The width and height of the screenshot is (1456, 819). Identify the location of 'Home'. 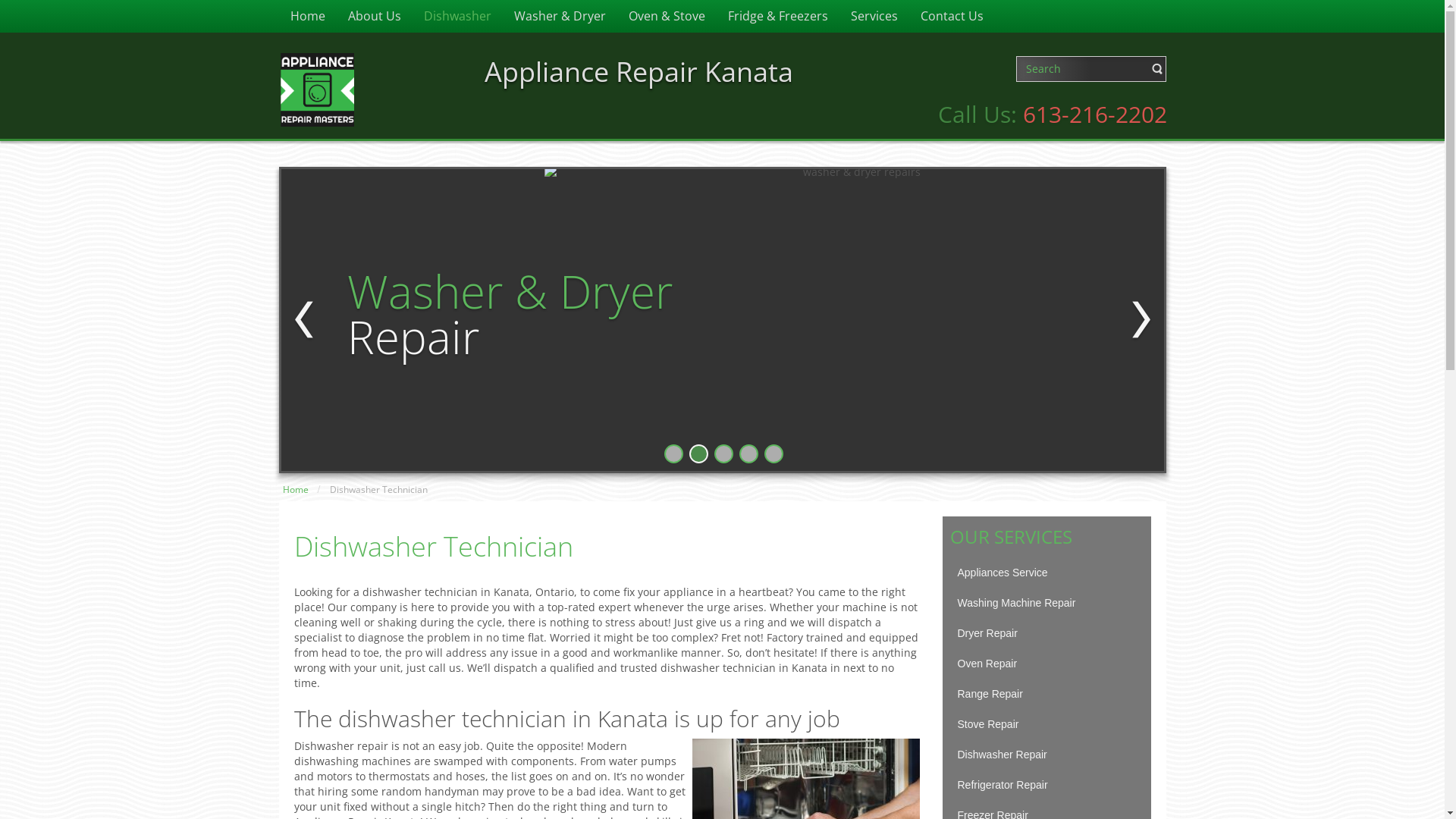
(307, 16).